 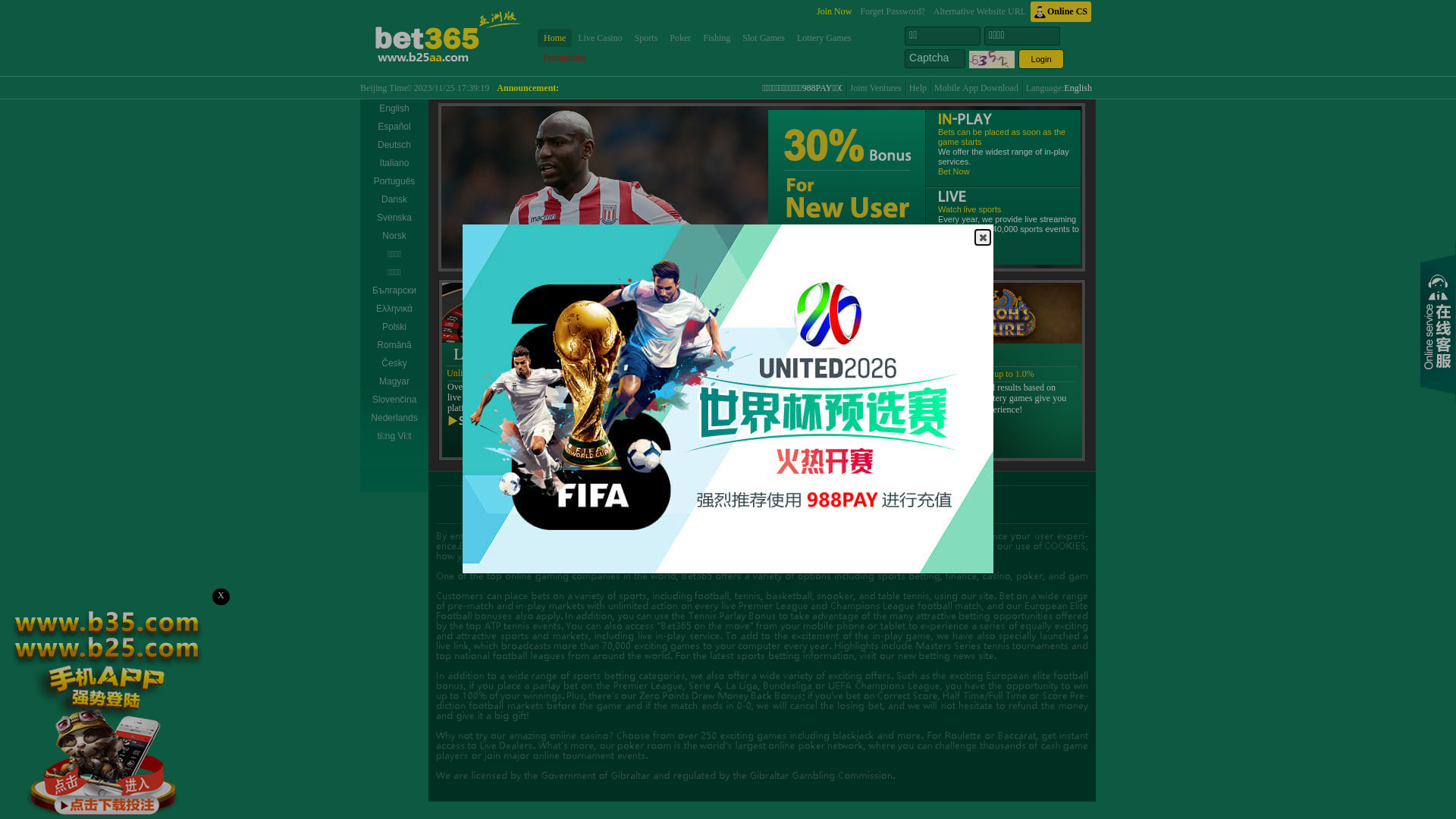 I want to click on 'Help', so click(x=917, y=87).